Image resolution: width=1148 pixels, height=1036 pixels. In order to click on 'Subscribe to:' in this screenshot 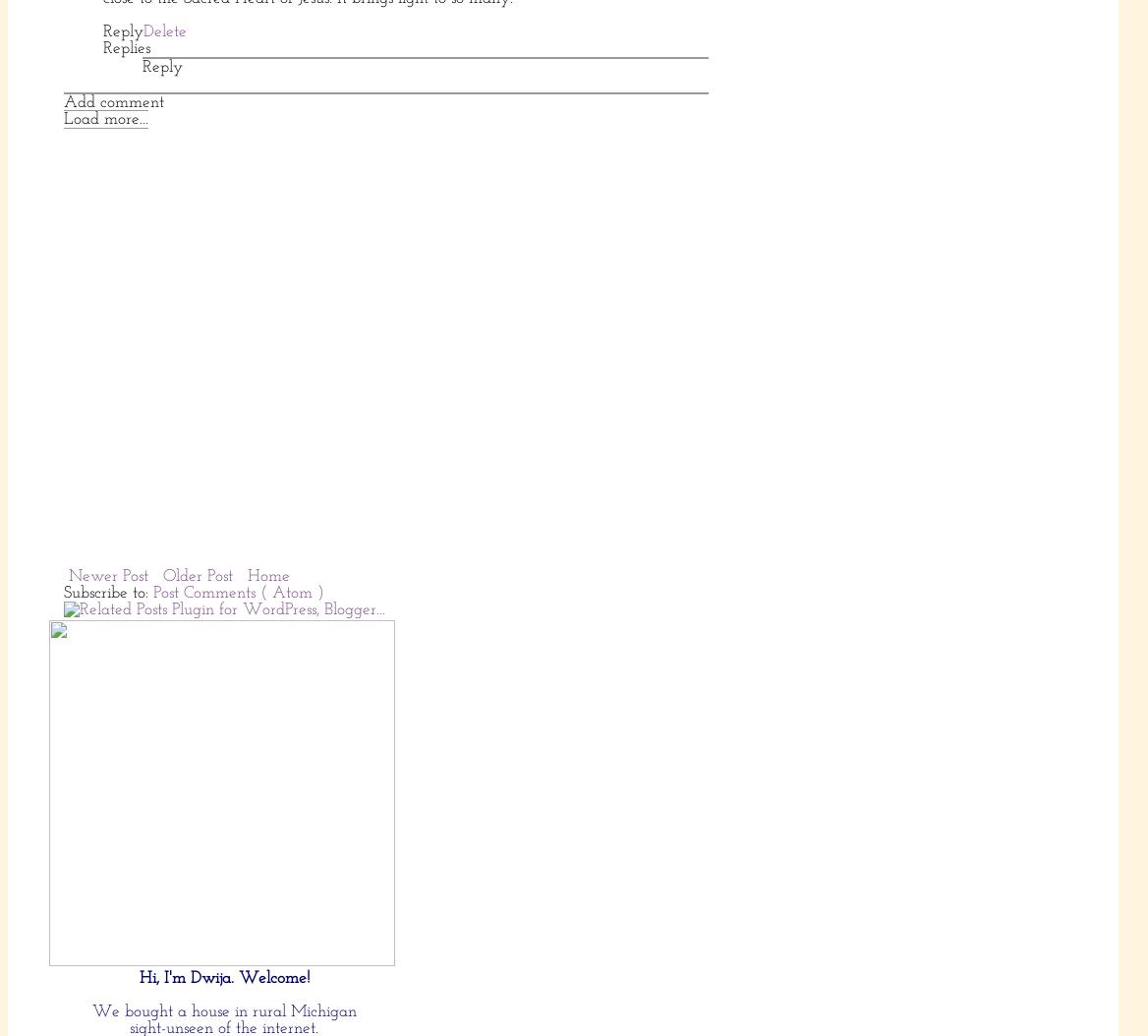, I will do `click(107, 591)`.